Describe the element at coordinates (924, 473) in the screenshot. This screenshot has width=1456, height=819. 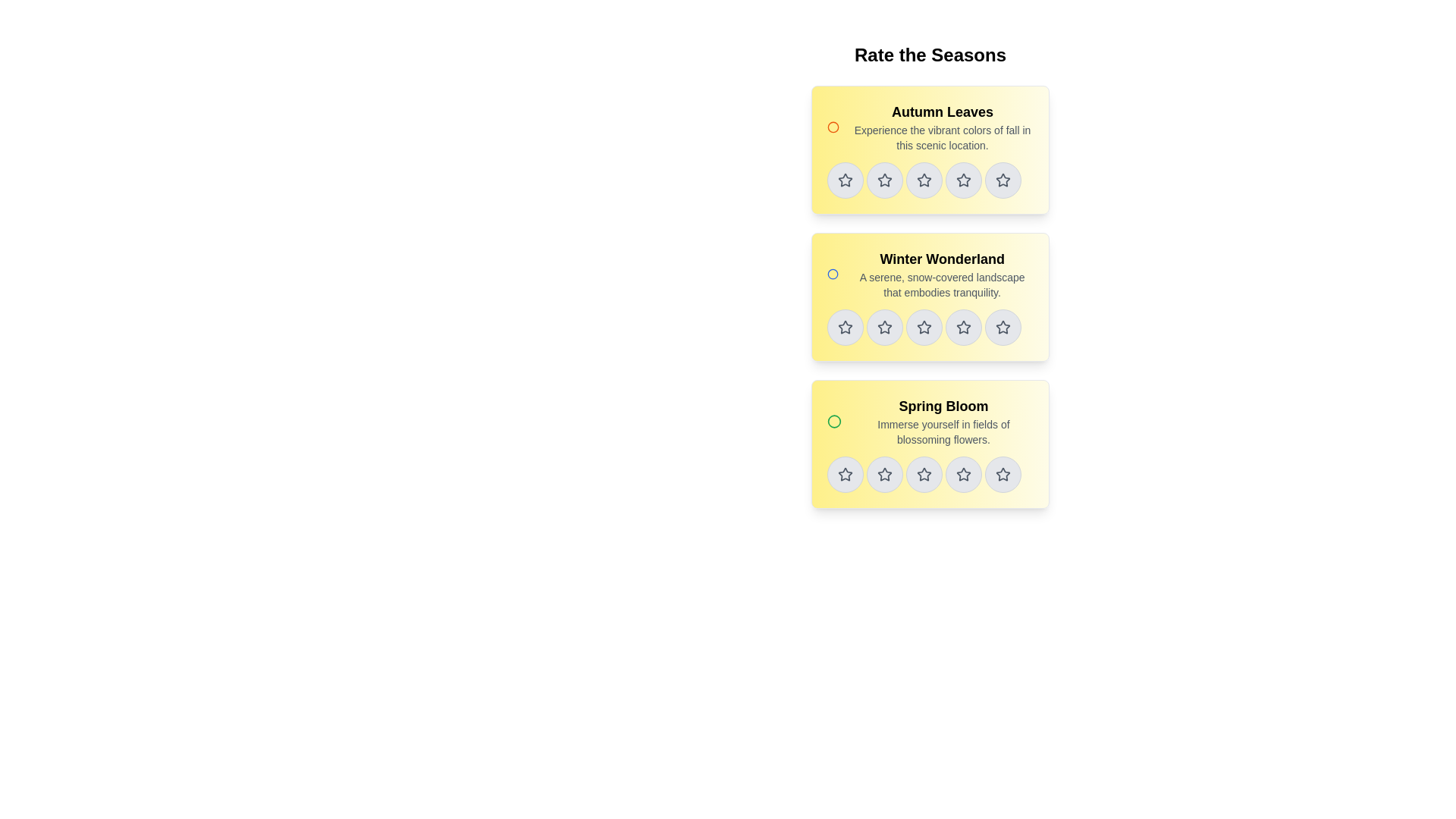
I see `the fourth star in the rating system for the 'Spring Bloom' card` at that location.